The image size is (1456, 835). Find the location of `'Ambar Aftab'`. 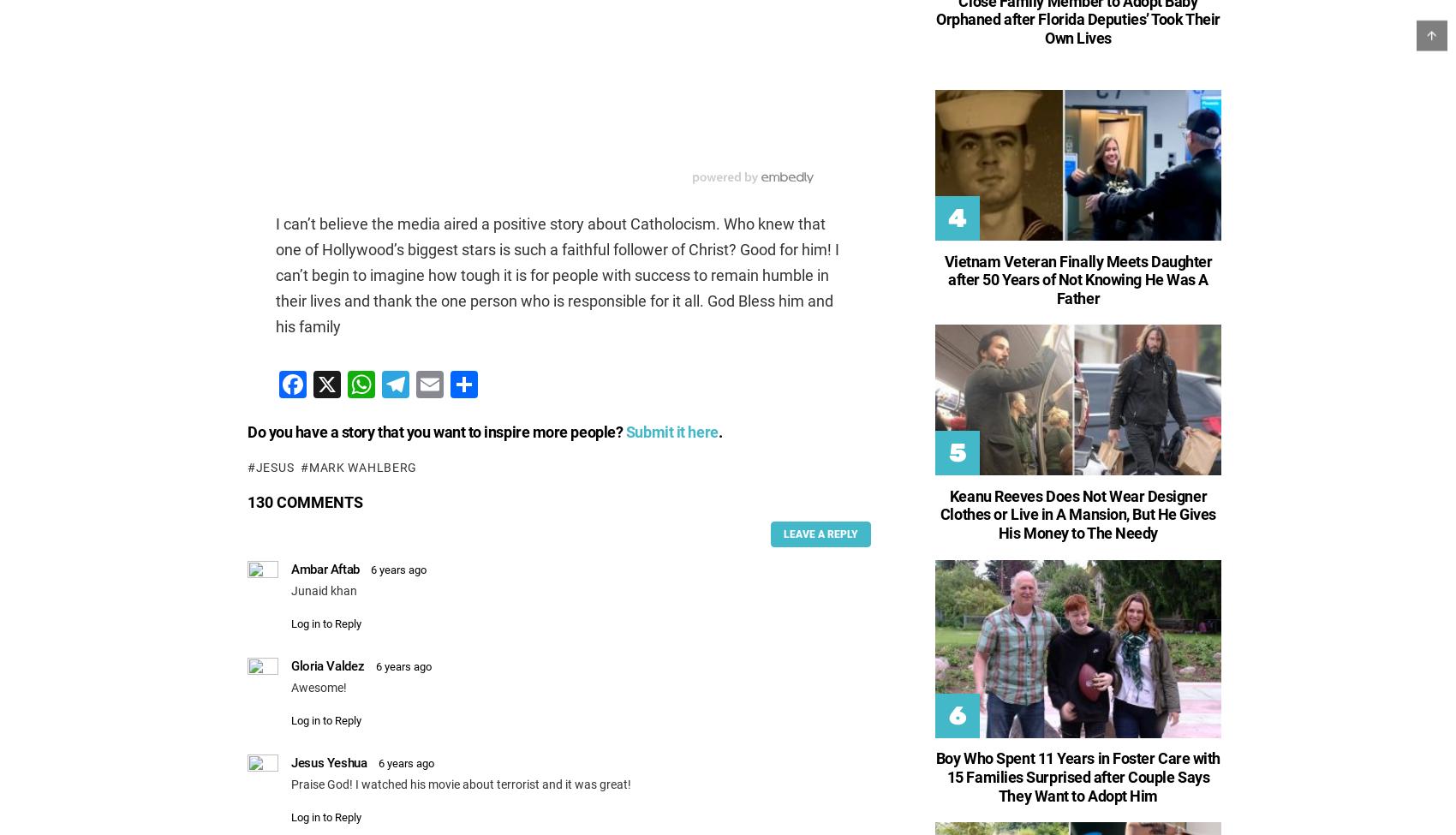

'Ambar Aftab' is located at coordinates (324, 570).